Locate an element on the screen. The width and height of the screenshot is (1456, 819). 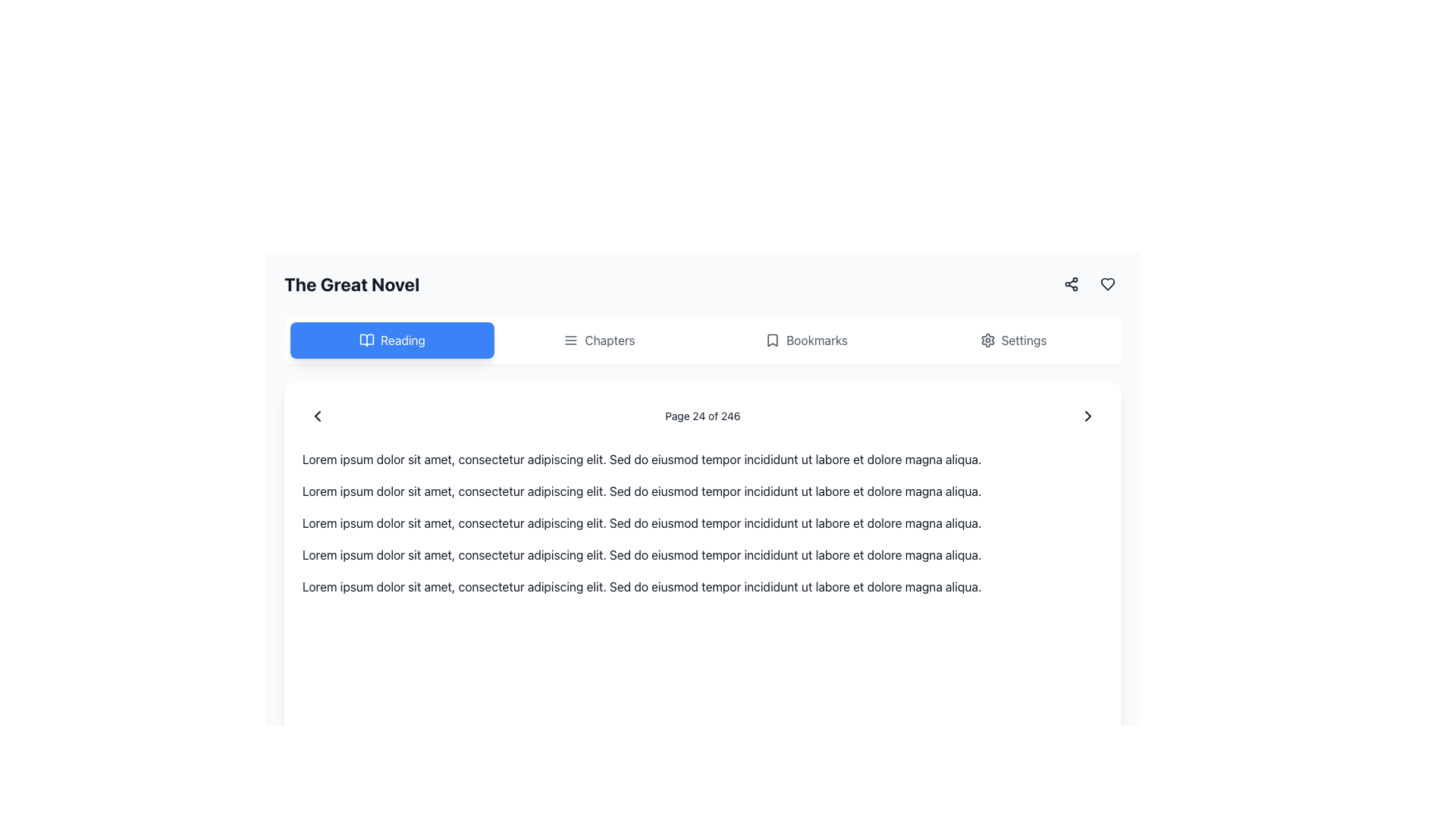
the rightwards arrow icon, which is a small triangular shape pointing to the right is located at coordinates (1087, 416).